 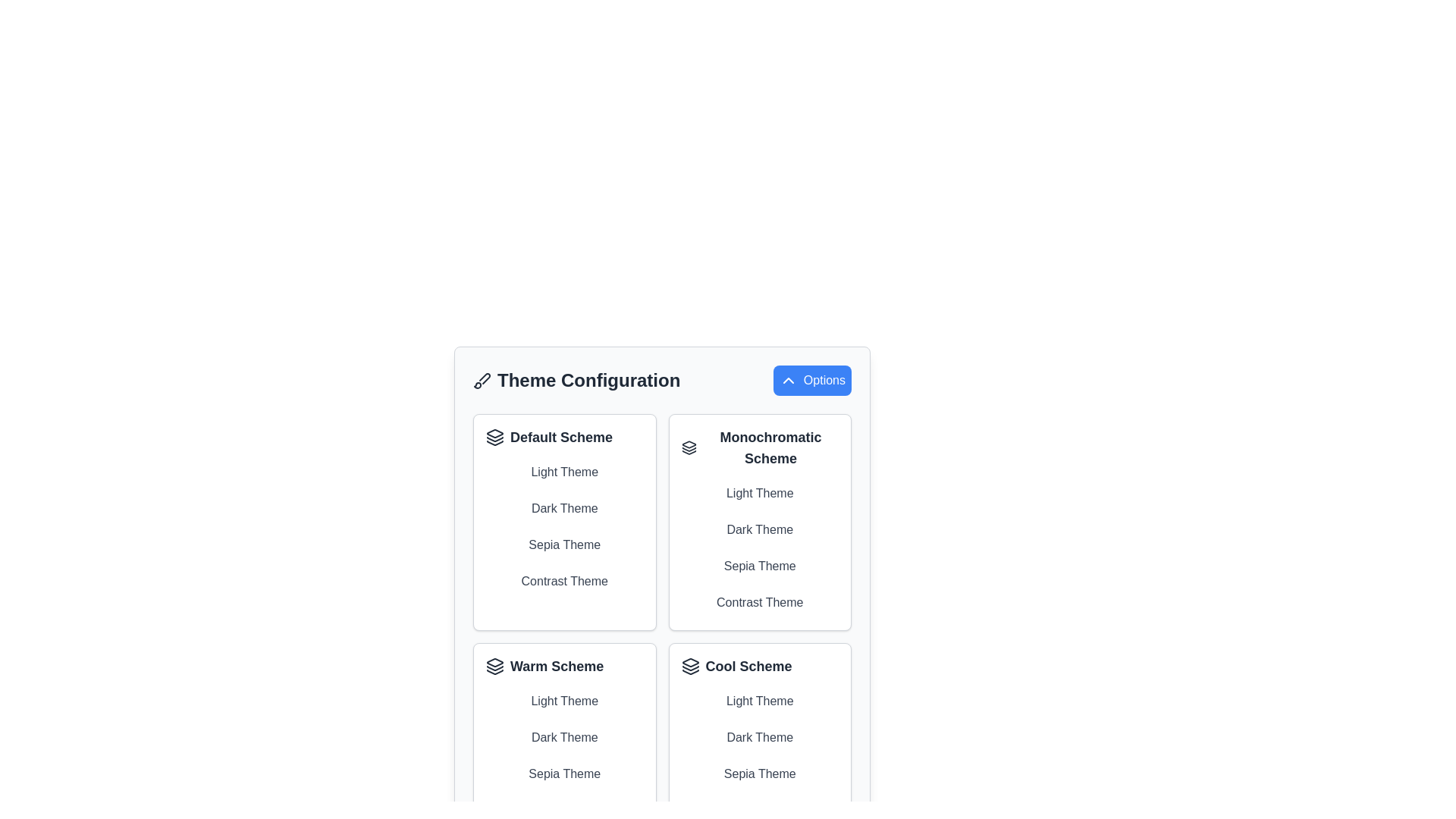 What do you see at coordinates (689, 671) in the screenshot?
I see `visual representation of the third graphical icon in a vertical stack, shaped like a layer icon, located at the bottom of its containing block` at bounding box center [689, 671].